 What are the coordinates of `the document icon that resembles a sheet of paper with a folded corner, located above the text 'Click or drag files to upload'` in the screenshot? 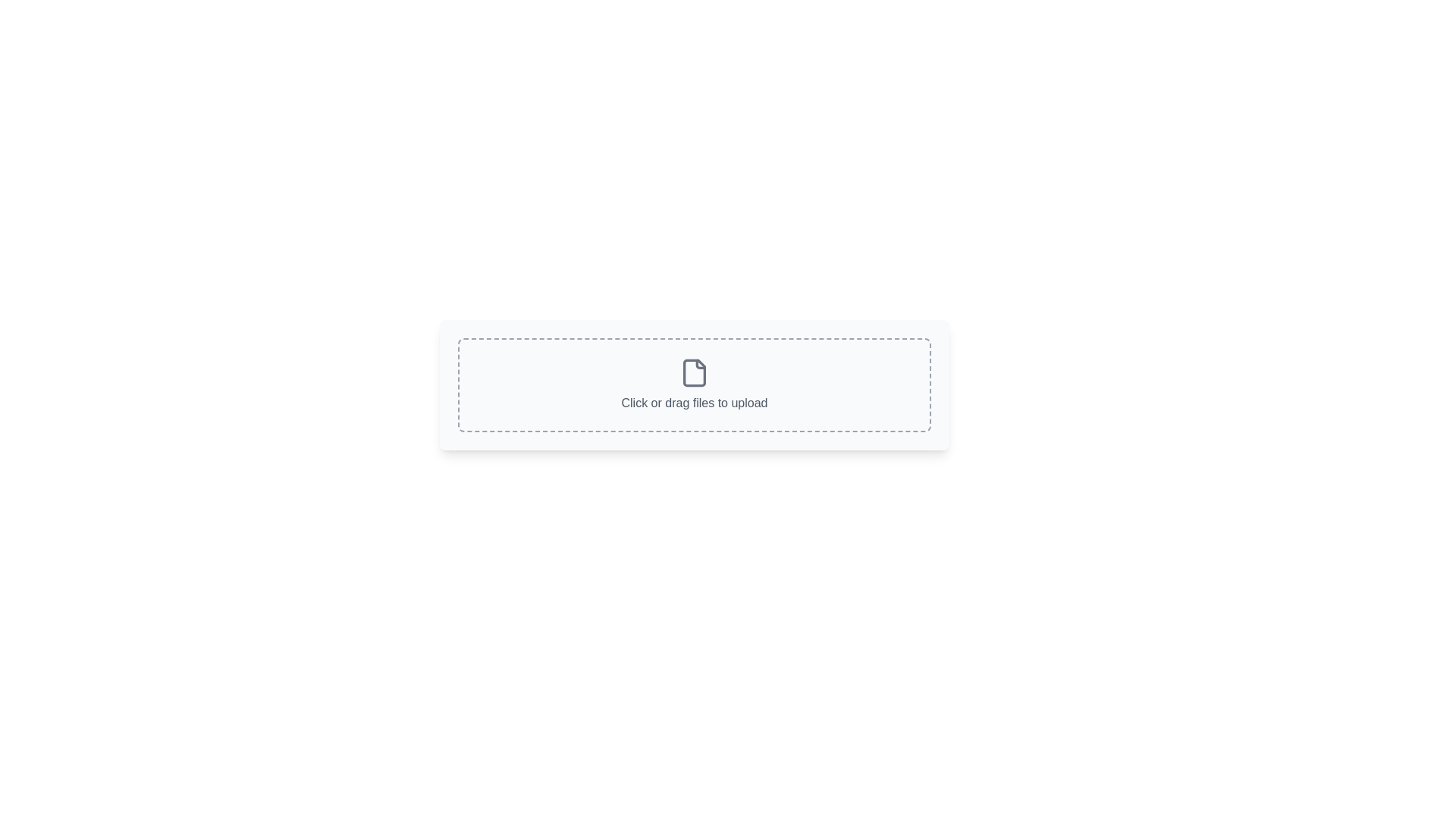 It's located at (694, 373).